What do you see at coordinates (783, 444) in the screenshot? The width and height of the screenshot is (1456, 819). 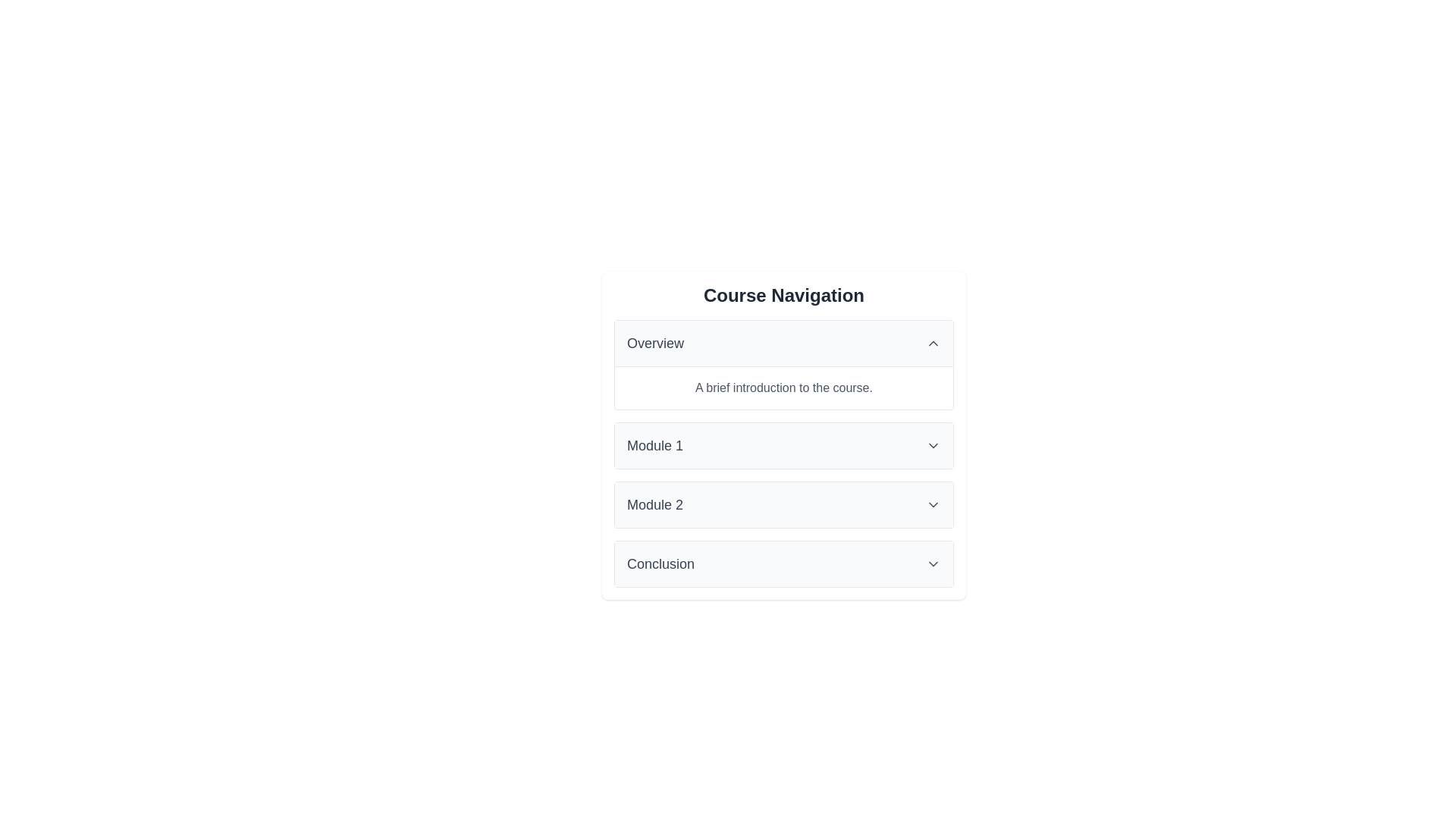 I see `the 'Module 1' button section with a light gray background` at bounding box center [783, 444].